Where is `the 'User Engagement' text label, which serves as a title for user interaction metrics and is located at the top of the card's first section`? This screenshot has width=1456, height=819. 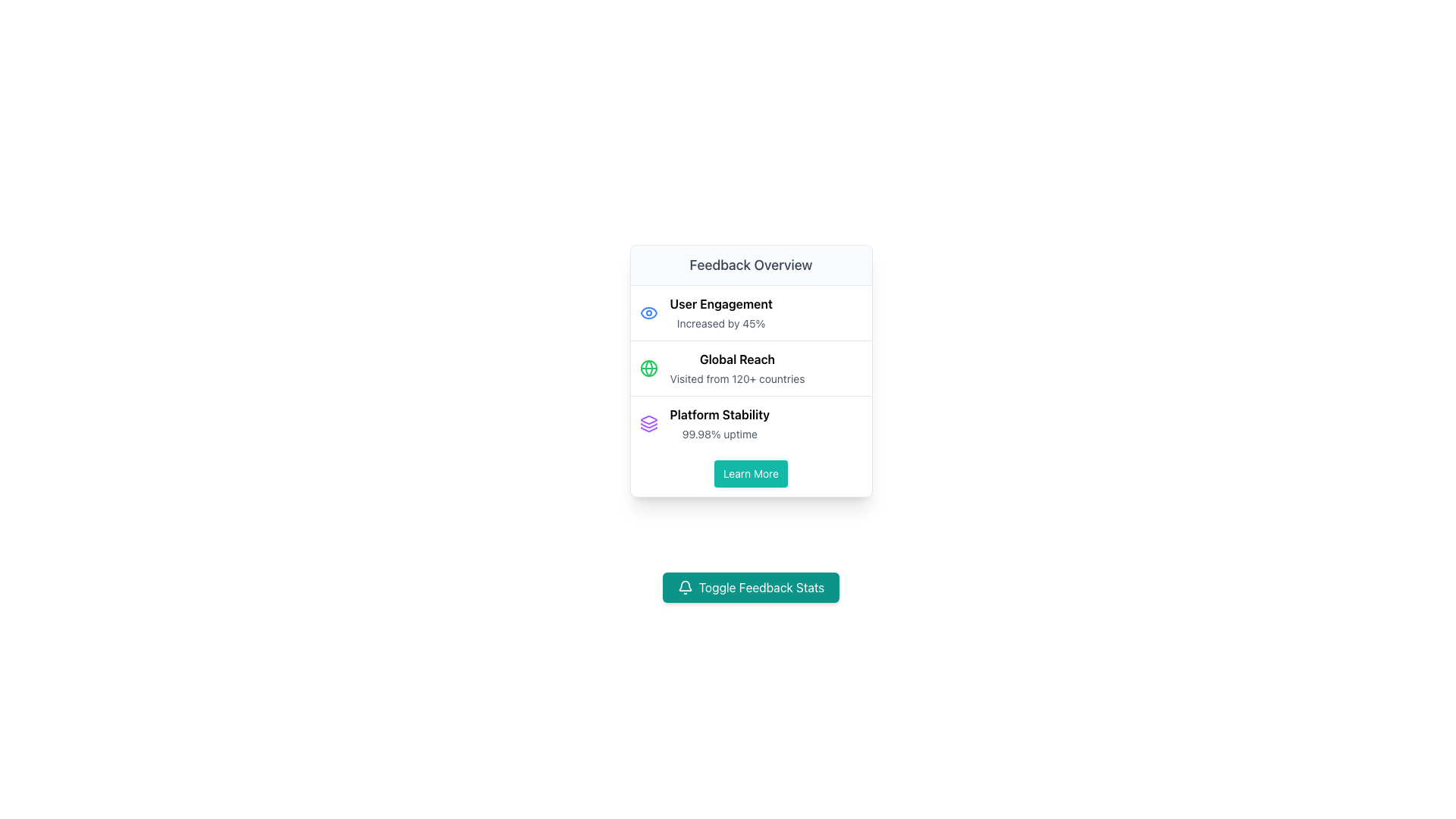 the 'User Engagement' text label, which serves as a title for user interaction metrics and is located at the top of the card's first section is located at coordinates (720, 304).